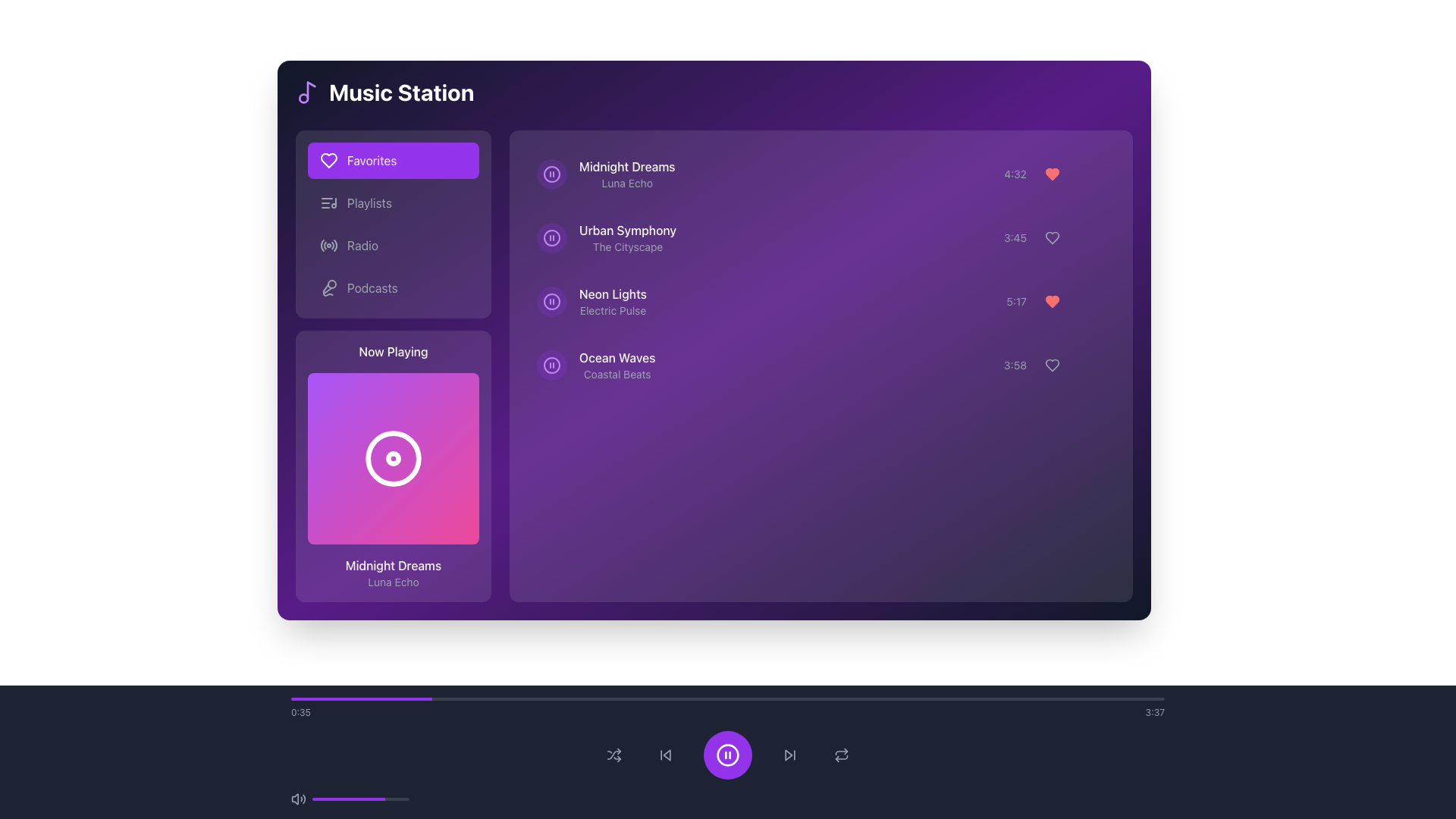 This screenshot has height=819, width=1456. What do you see at coordinates (823, 698) in the screenshot?
I see `playback progress` at bounding box center [823, 698].